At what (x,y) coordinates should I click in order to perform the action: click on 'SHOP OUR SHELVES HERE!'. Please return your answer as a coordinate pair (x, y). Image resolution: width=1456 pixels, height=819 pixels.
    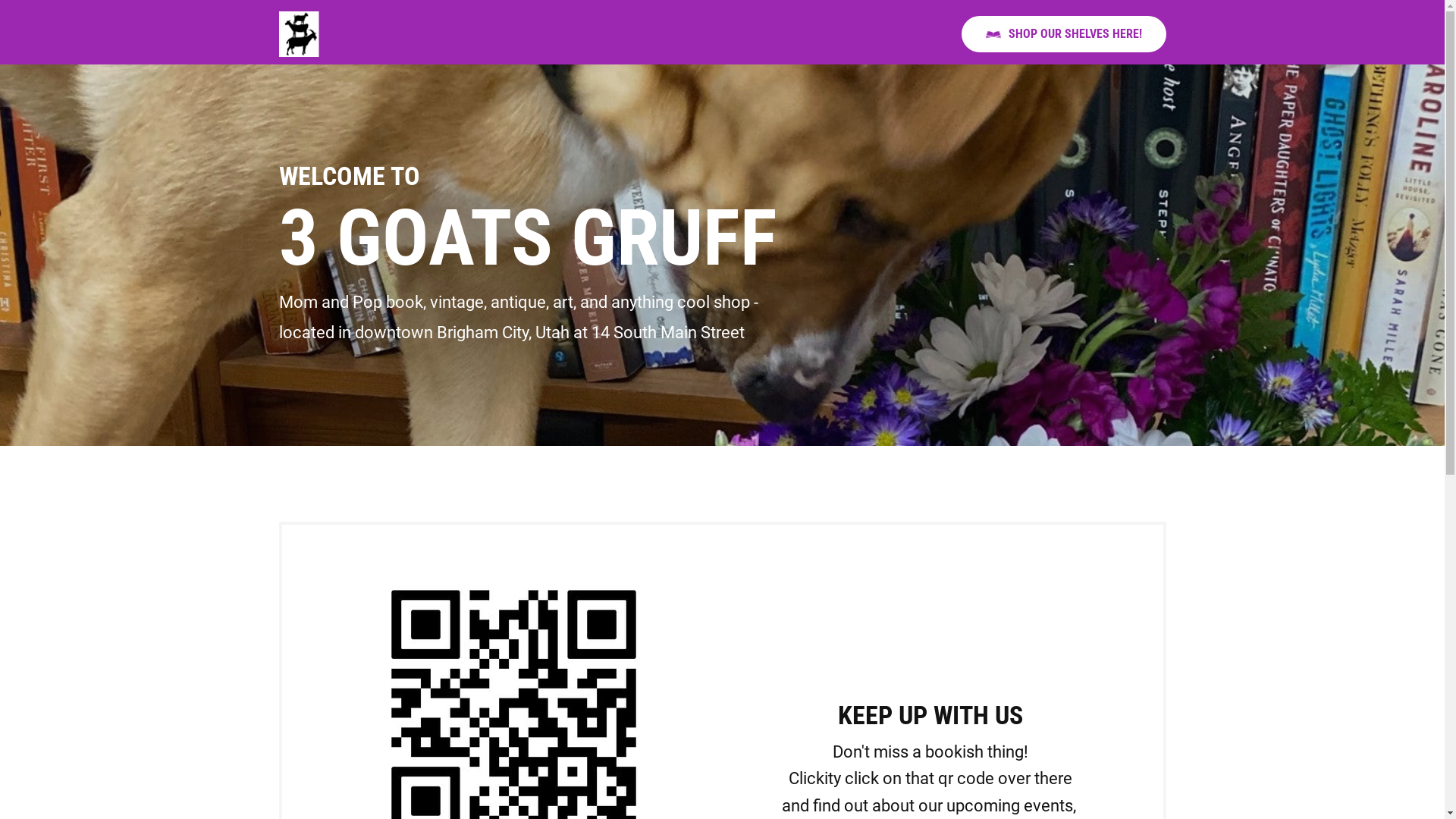
    Looking at the image, I should click on (1062, 33).